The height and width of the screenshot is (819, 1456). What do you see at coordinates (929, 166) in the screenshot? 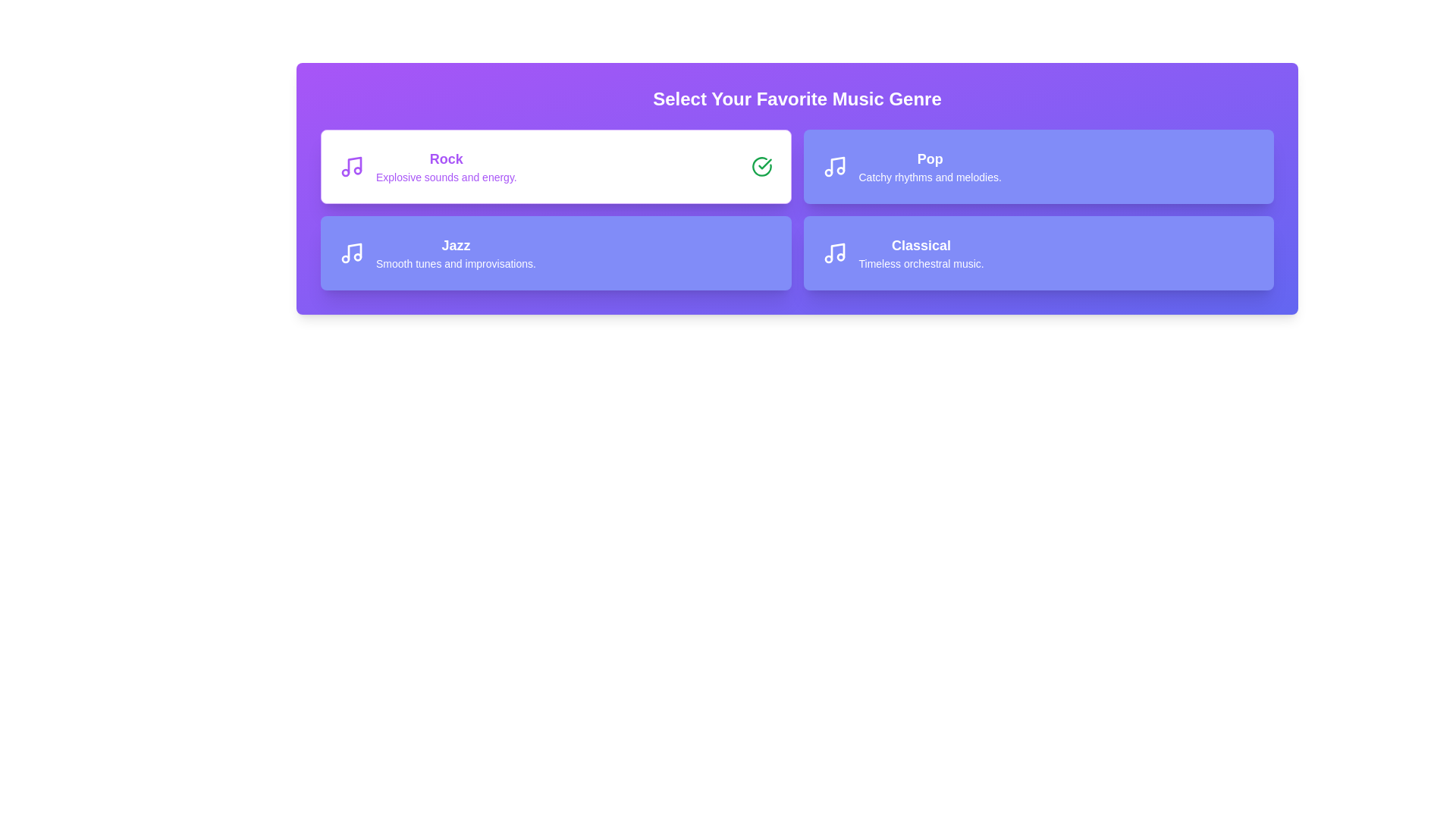
I see `the text block displaying the title and description for the Pop genre` at bounding box center [929, 166].